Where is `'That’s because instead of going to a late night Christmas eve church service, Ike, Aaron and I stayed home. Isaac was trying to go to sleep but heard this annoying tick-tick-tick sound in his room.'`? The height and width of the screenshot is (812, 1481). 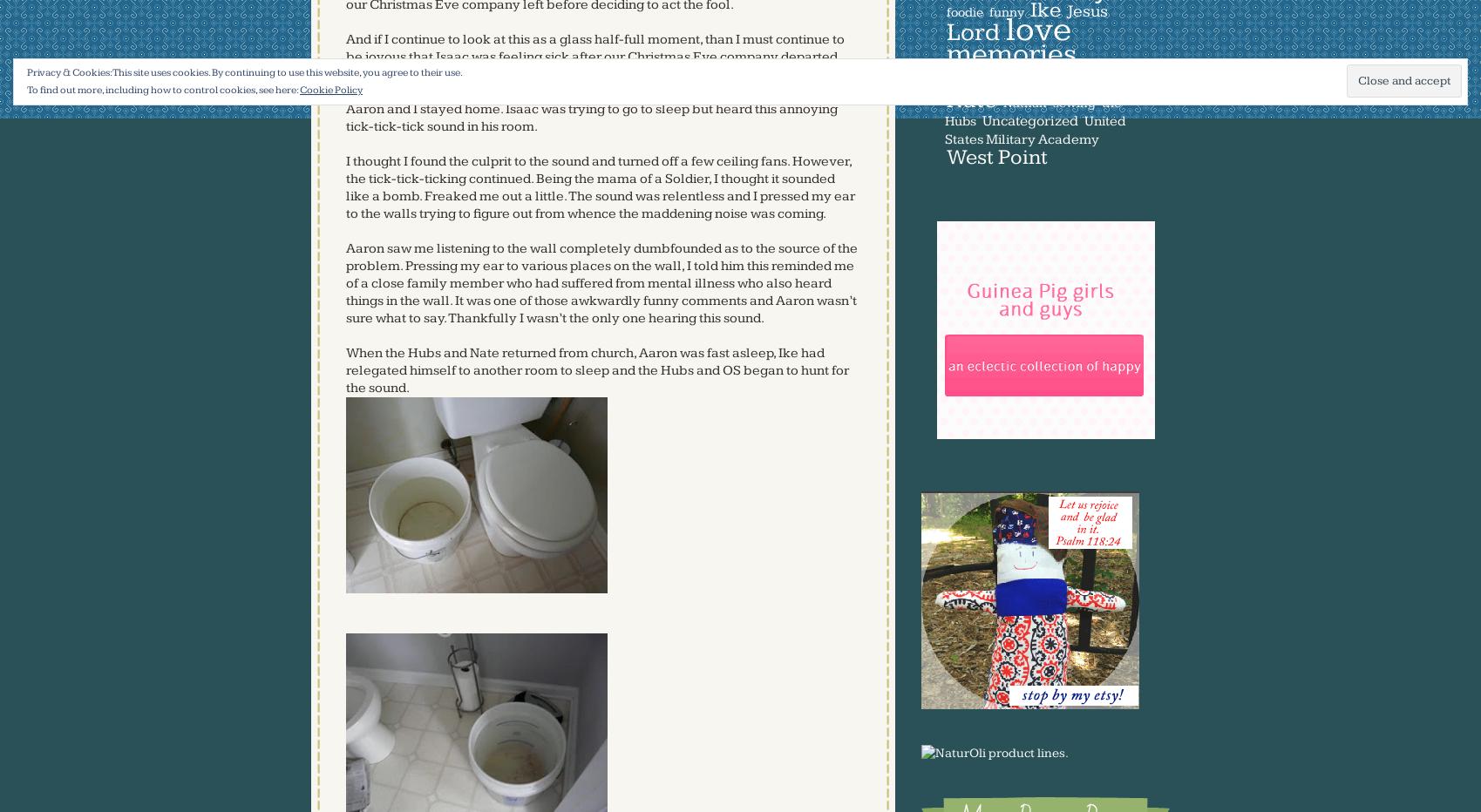 'That’s because instead of going to a late night Christmas eve church service, Ike, Aaron and I stayed home. Isaac was trying to go to sleep but heard this annoying tick-tick-tick sound in his room.' is located at coordinates (591, 108).